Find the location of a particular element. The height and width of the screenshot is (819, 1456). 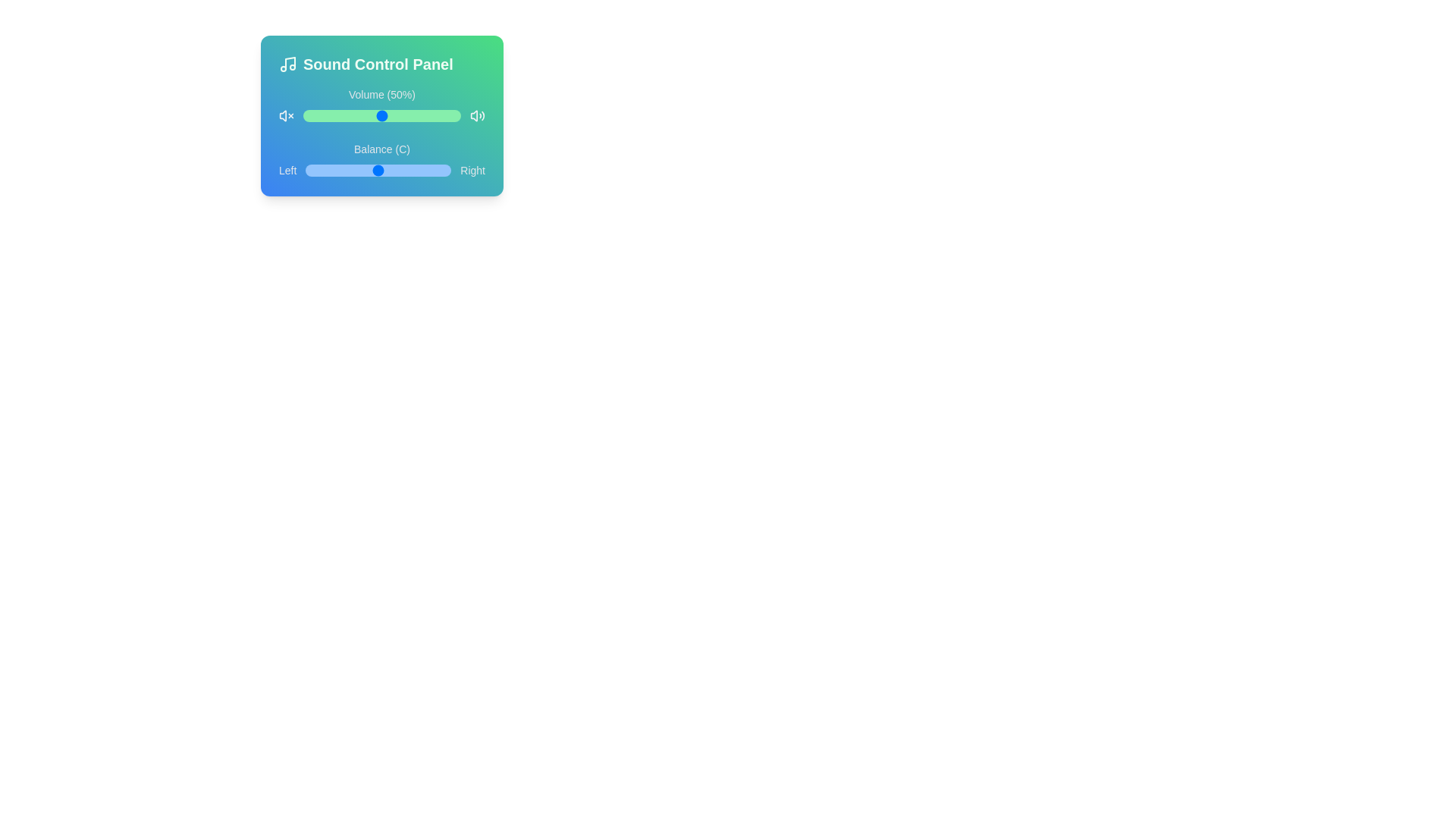

the volume slider is located at coordinates (319, 115).